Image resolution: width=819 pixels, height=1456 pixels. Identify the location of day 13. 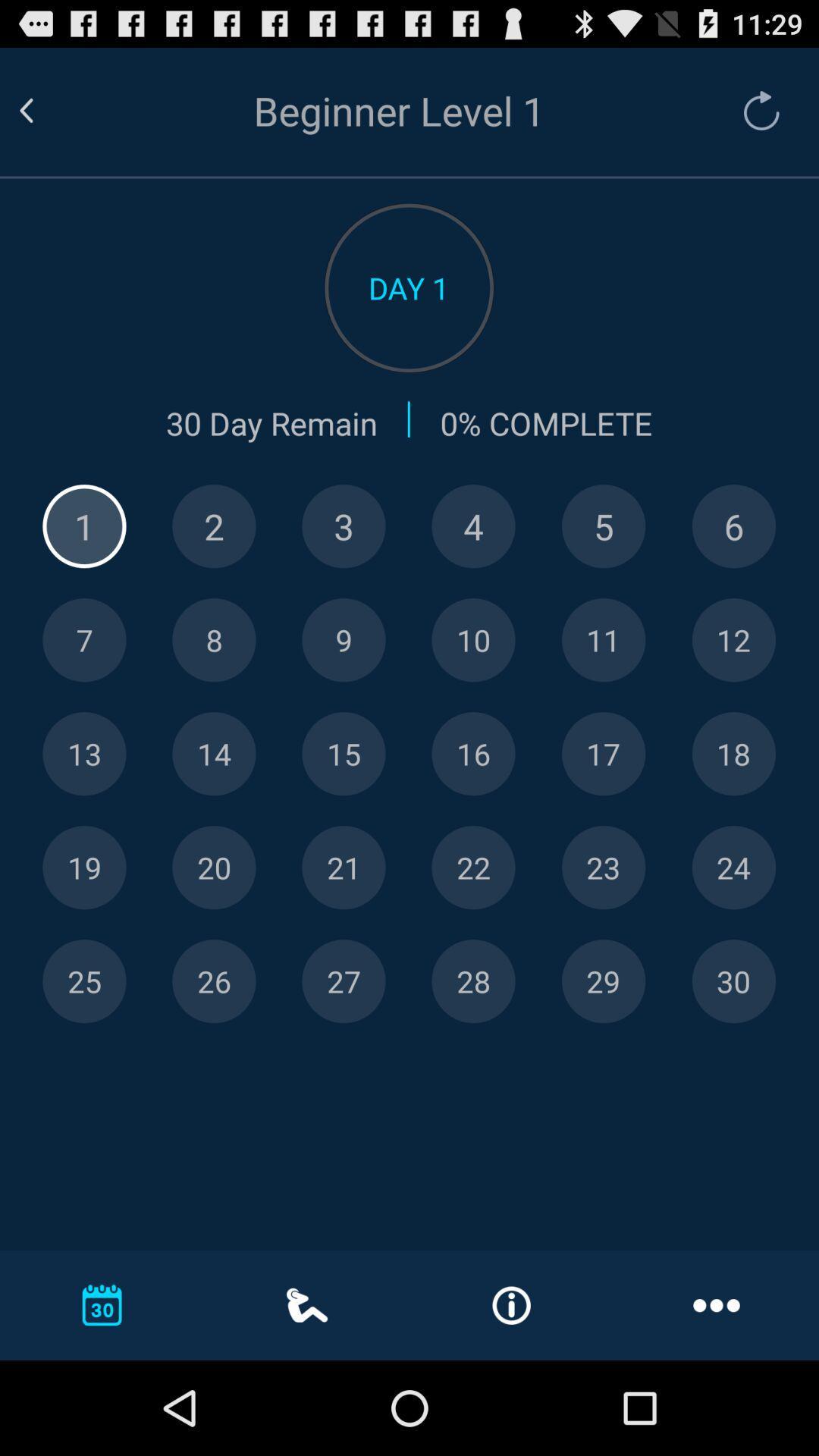
(84, 754).